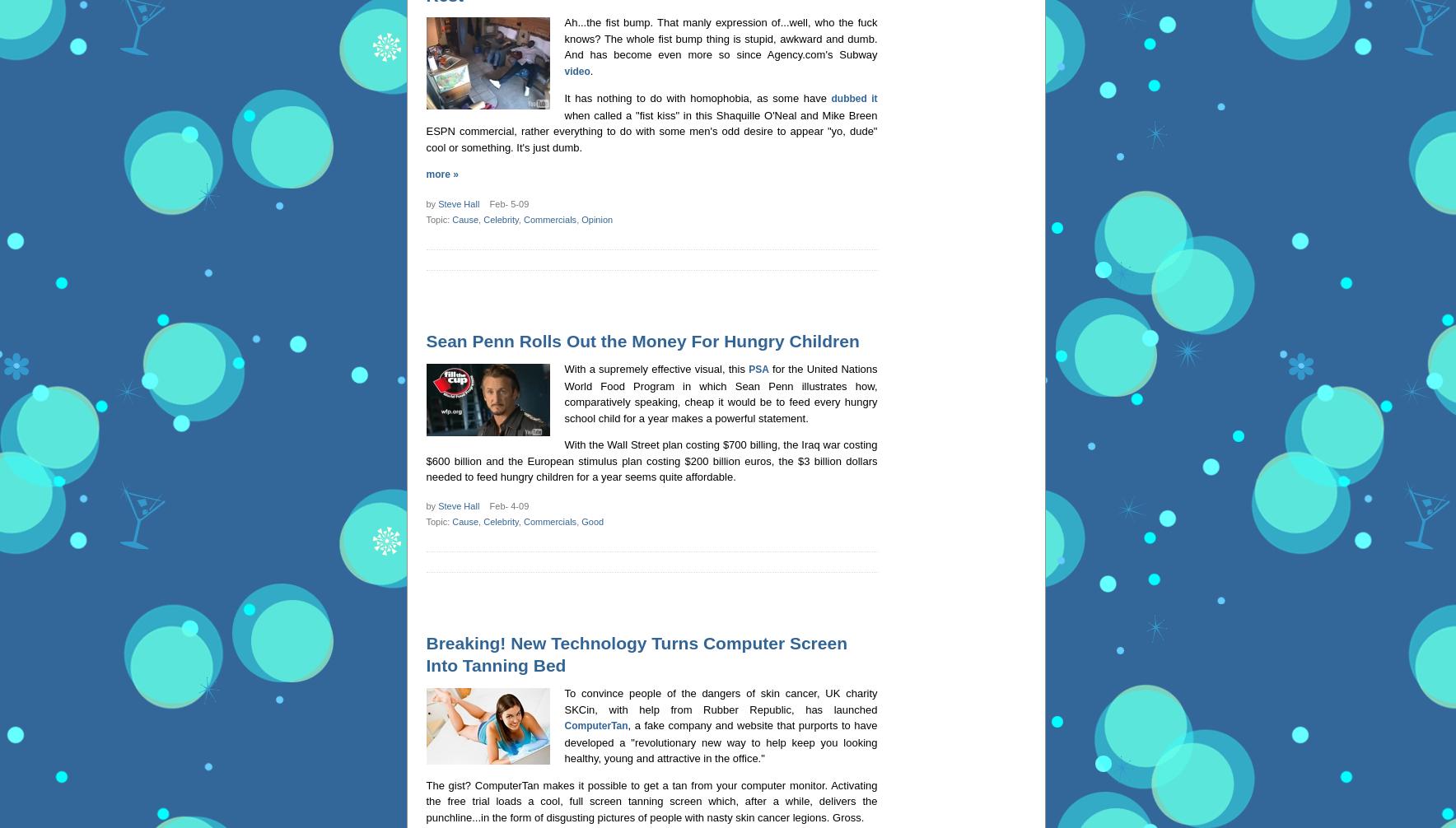 The image size is (1456, 828). Describe the element at coordinates (651, 800) in the screenshot. I see `'The gist? ComputerTan makes it possible to get a tan from your computer monitor. Activating the free trial loads a cool, full screen tanning screen which, after a while, delivers the punchline...in the form of disgusting pictures of people with nasty skin cancer legions. Gross.'` at that location.